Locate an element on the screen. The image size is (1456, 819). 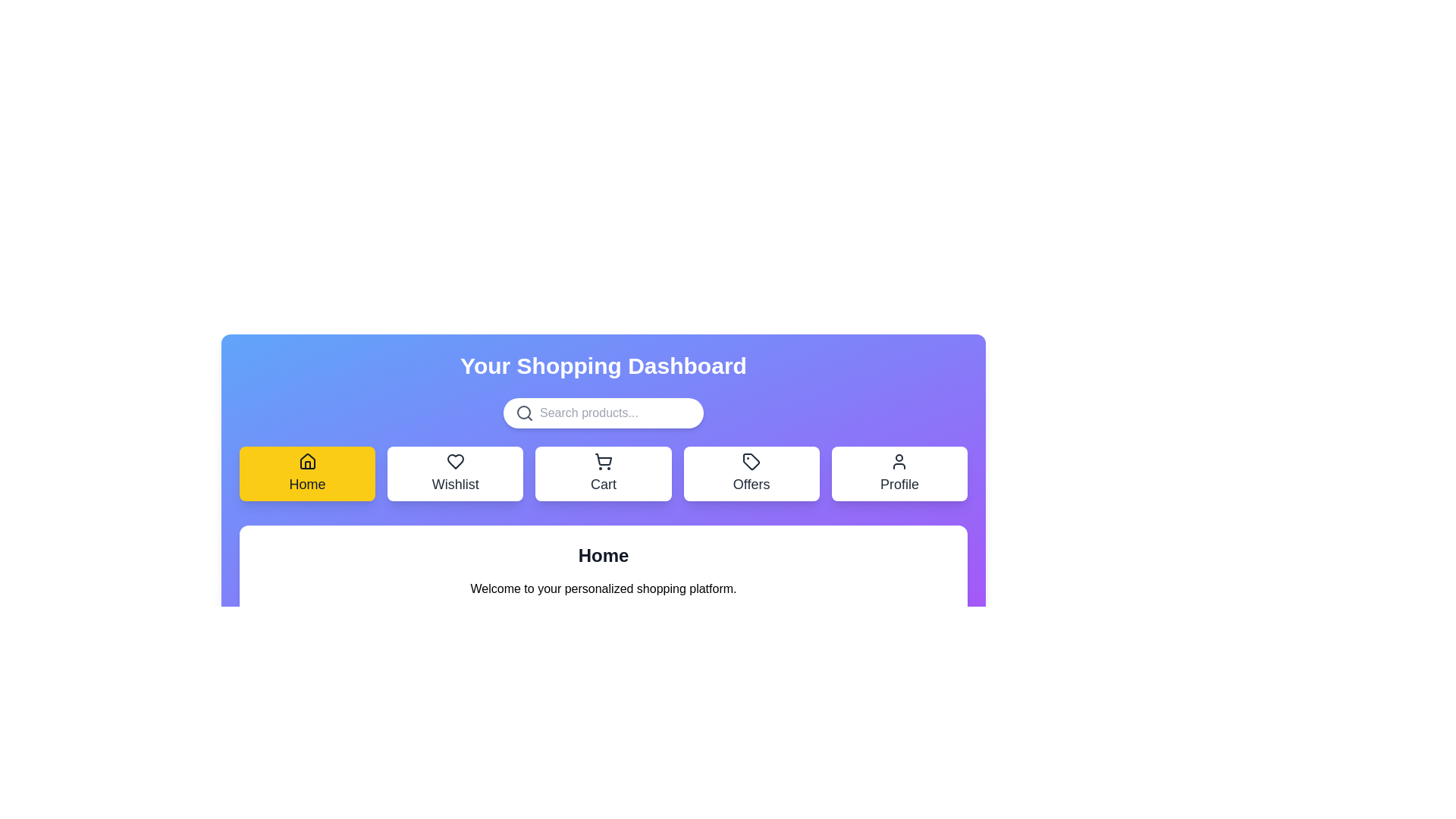
the 'Wishlist' button, which is the second button from the left in the navigation menu, located between the 'Home' and 'Cart' buttons, to trigger hover effects is located at coordinates (454, 472).